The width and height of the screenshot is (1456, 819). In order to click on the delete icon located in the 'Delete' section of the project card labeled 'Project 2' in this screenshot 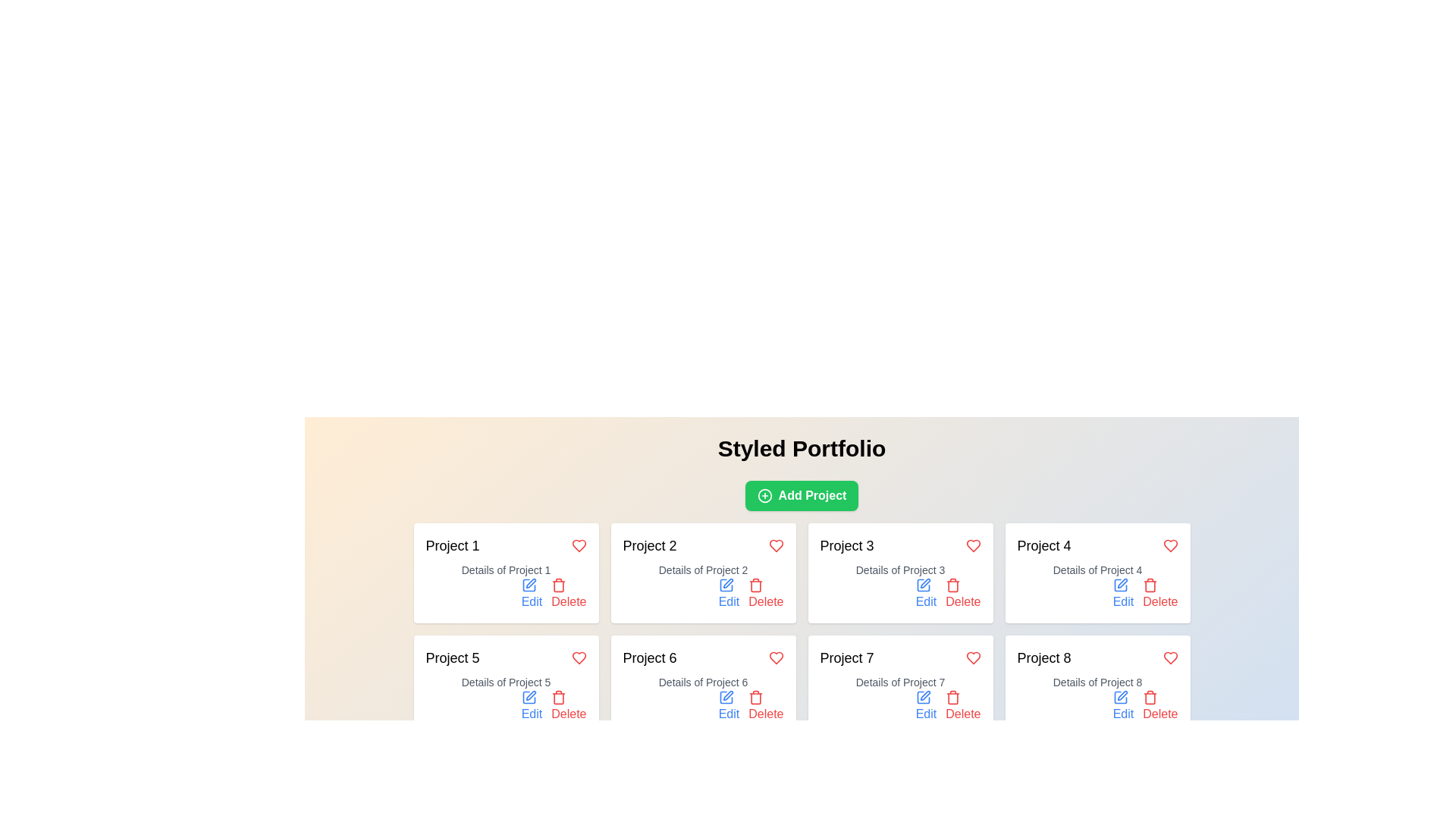, I will do `click(756, 584)`.